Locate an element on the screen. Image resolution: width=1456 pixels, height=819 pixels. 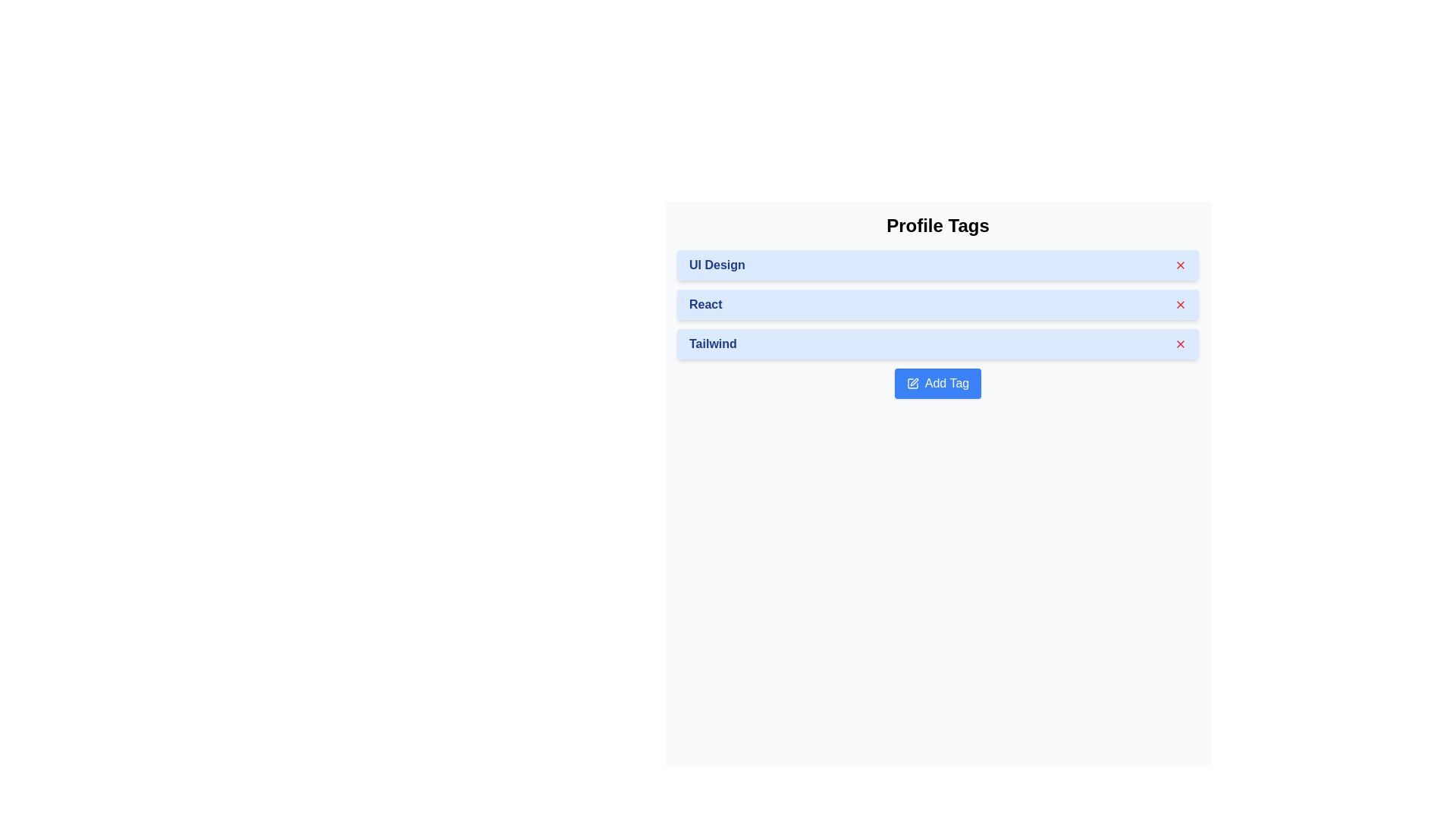
the small red 'X' icon in the top-right corner of the 'React' tag within the 'Profile Tags' section is located at coordinates (1179, 304).